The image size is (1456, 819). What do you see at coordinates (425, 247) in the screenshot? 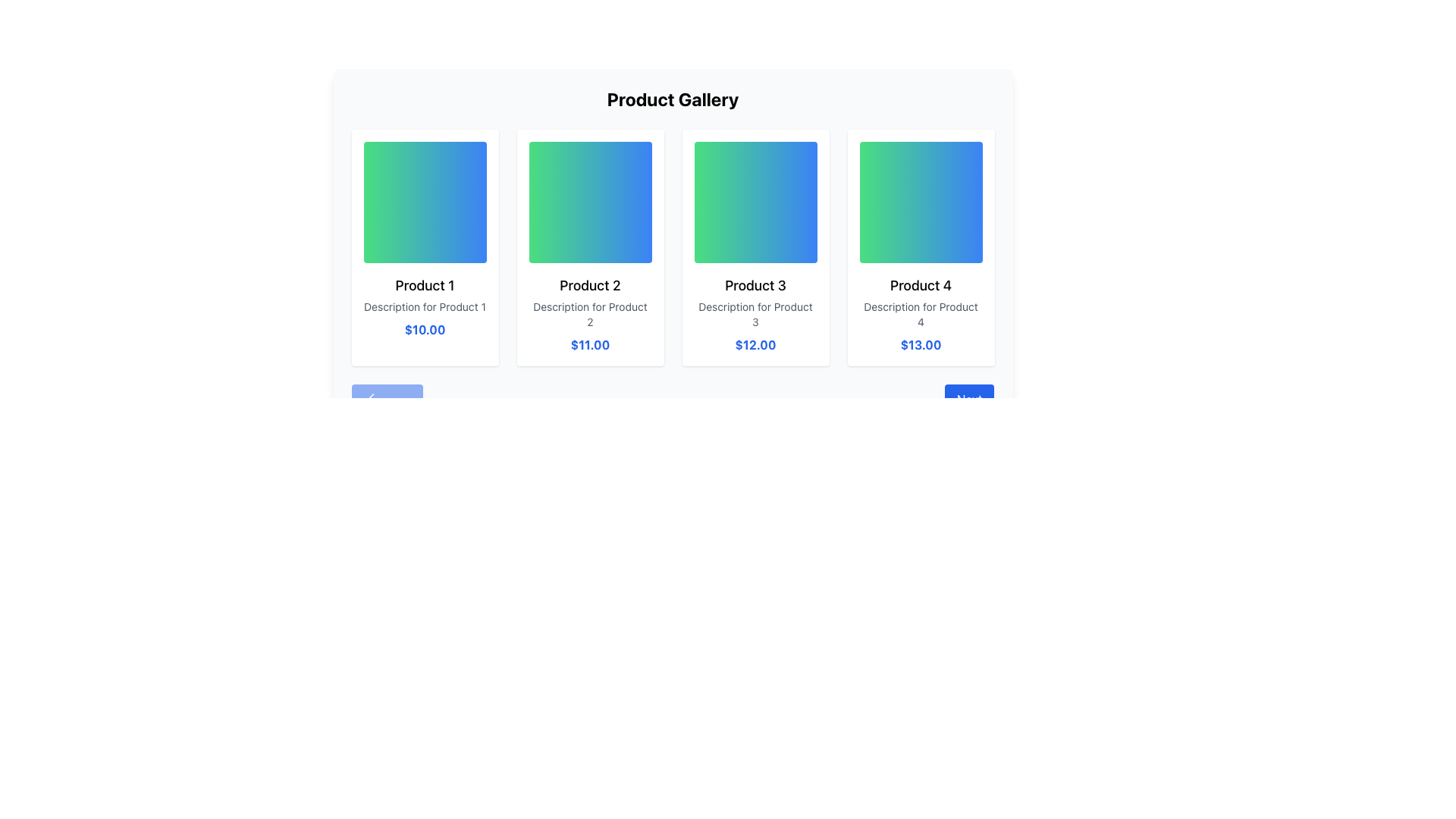
I see `the first product card in the grid product gallery, which displays the product name, description, and price` at bounding box center [425, 247].